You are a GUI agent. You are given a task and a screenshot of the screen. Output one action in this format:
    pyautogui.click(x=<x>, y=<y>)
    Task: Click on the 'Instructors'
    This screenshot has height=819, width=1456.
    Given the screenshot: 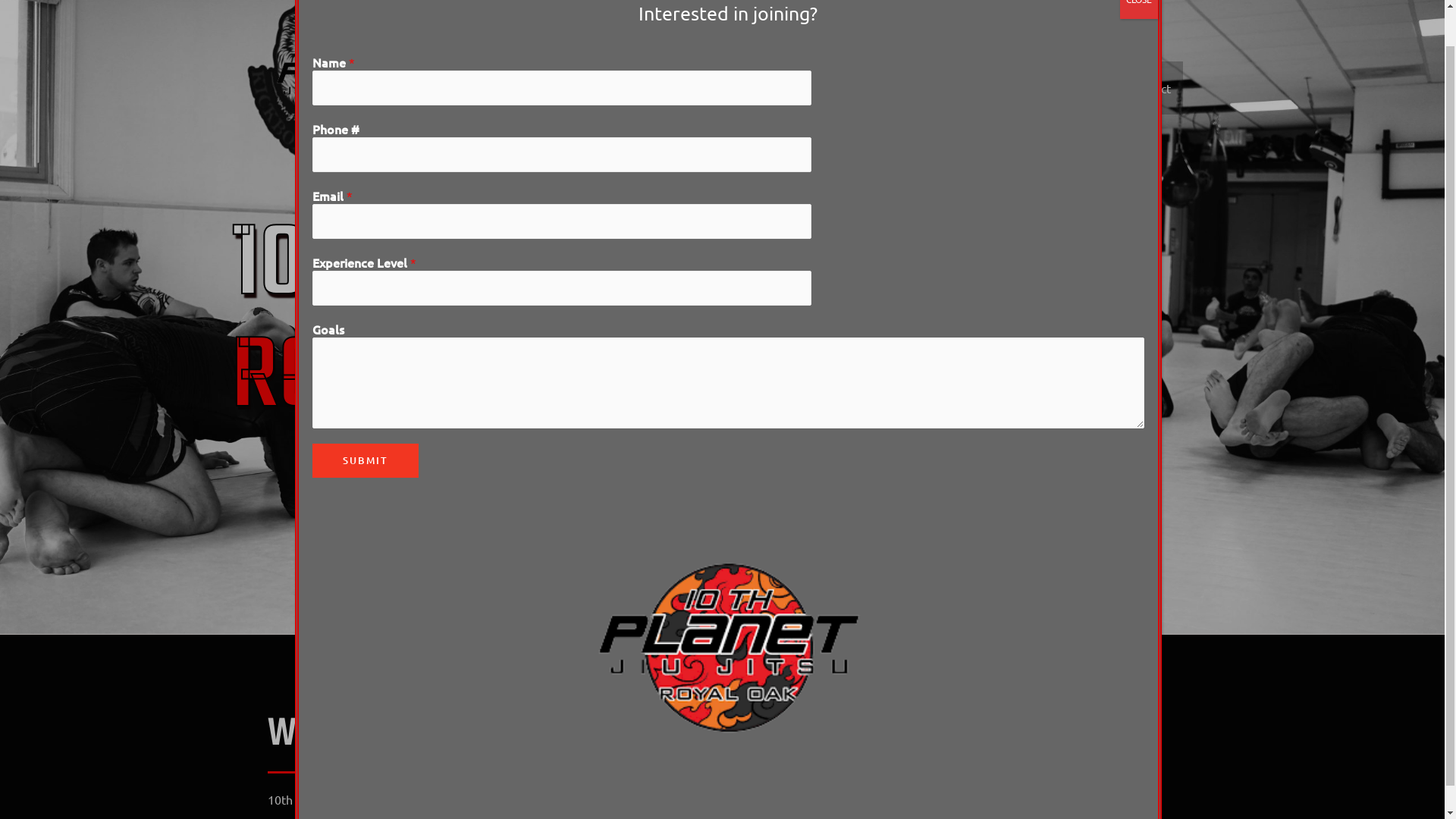 What is the action you would take?
    pyautogui.click(x=877, y=87)
    